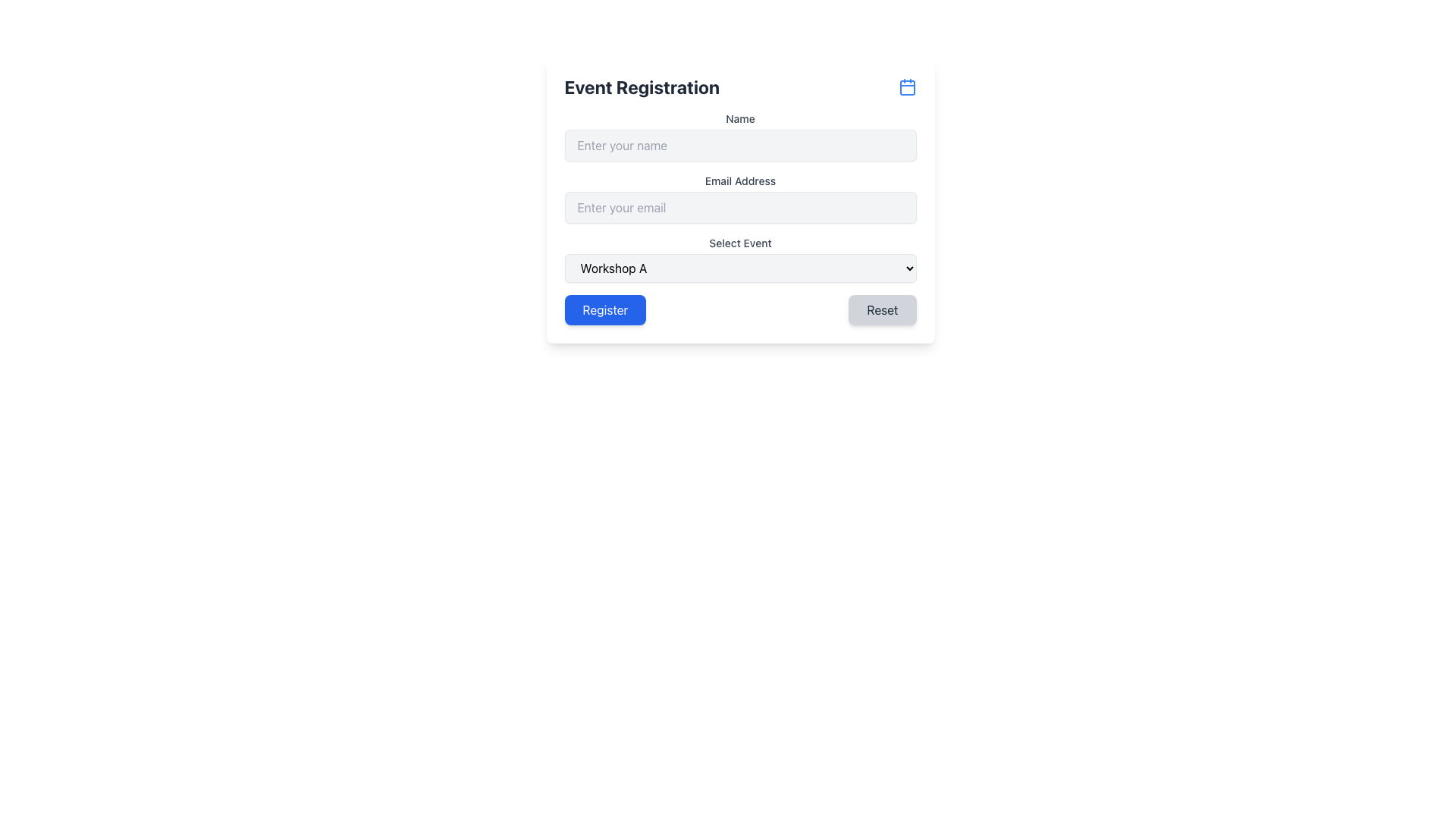 This screenshot has height=819, width=1456. Describe the element at coordinates (882, 309) in the screenshot. I see `the 'Reset' button located in the bottom-right corner of the form to clear all inputs and revert them to their initial state` at that location.